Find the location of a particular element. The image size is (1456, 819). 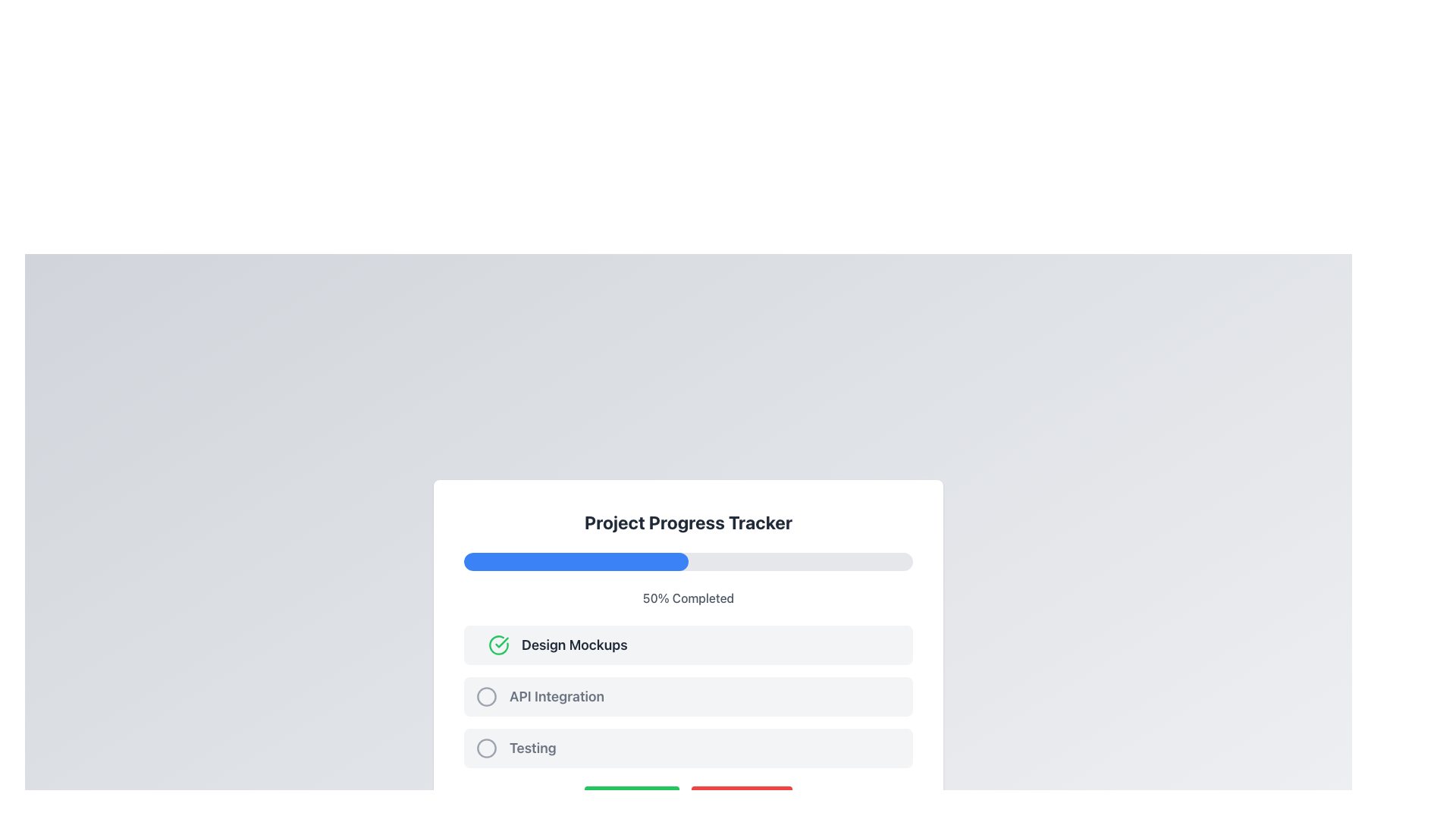

the blue-colored progress bar segment that visually represents 50% completion within the gray rounded progress bar, situated under 'Project Progress Tracker' and above '50% Completed' is located at coordinates (575, 561).